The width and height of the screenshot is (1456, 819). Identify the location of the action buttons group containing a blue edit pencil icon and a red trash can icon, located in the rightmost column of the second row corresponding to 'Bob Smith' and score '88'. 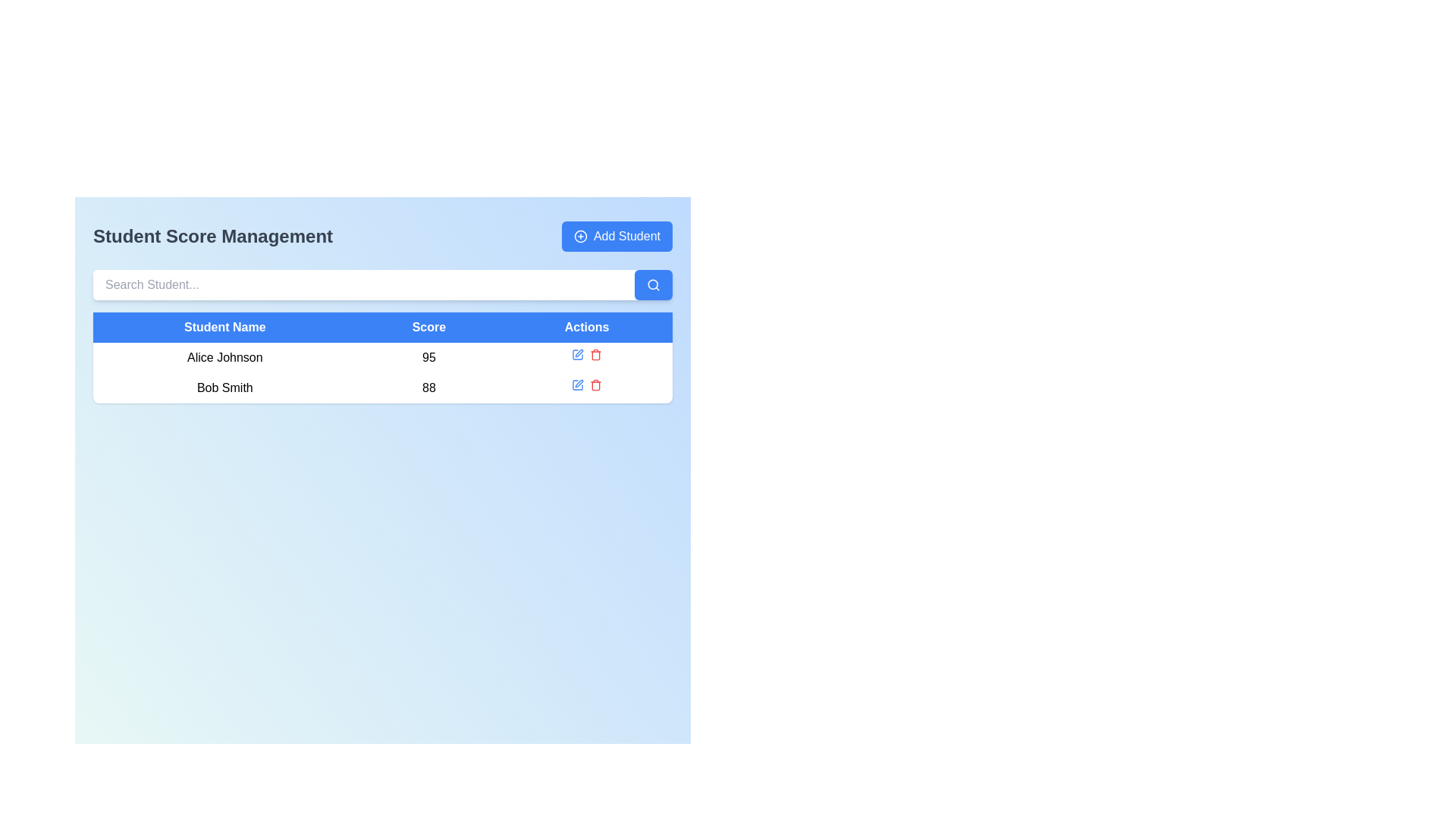
(586, 384).